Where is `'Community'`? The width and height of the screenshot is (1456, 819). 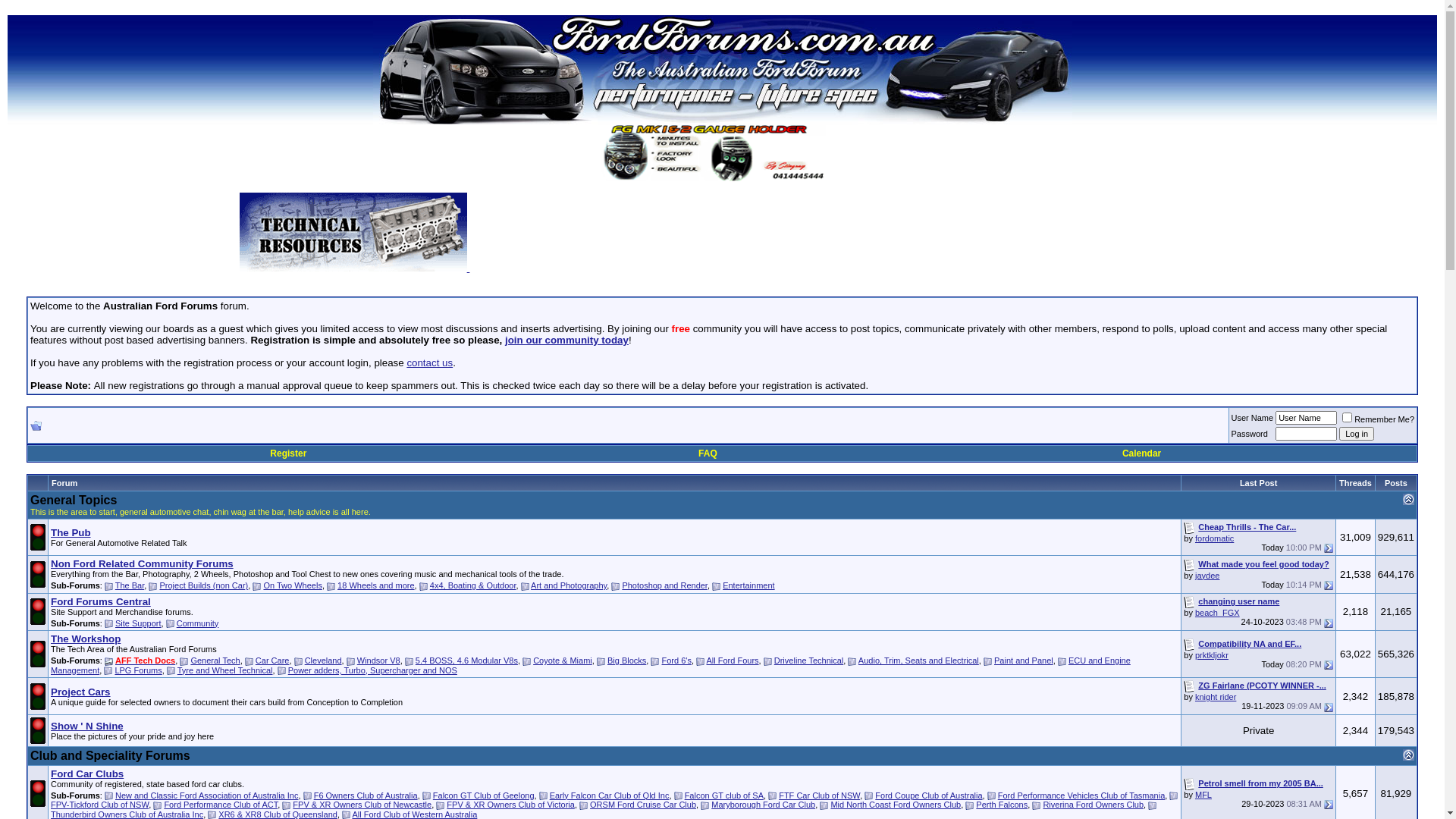
'Community' is located at coordinates (196, 623).